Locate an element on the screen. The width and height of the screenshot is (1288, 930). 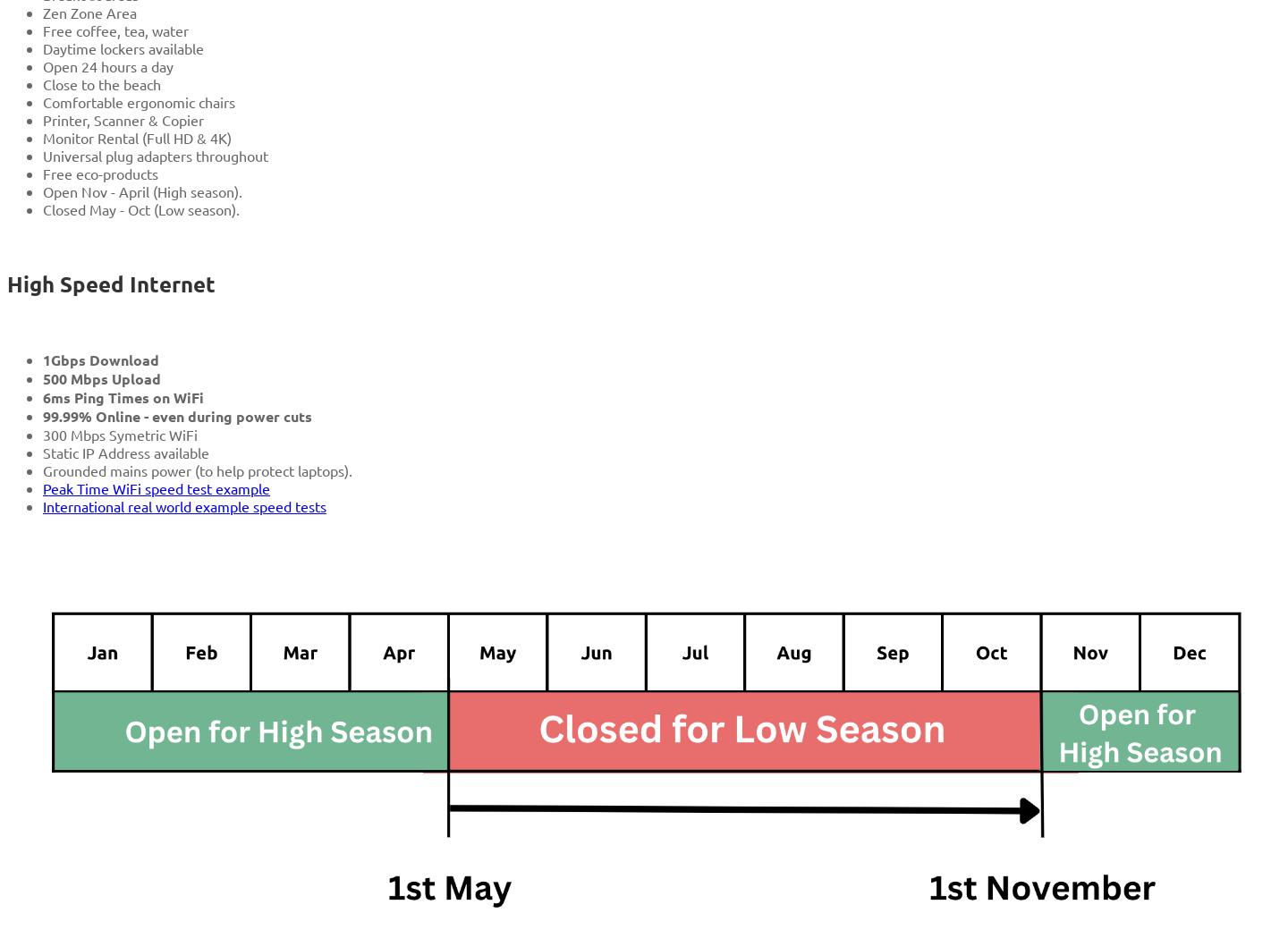
'Grounded mains power (to help protect laptops).' is located at coordinates (198, 469).